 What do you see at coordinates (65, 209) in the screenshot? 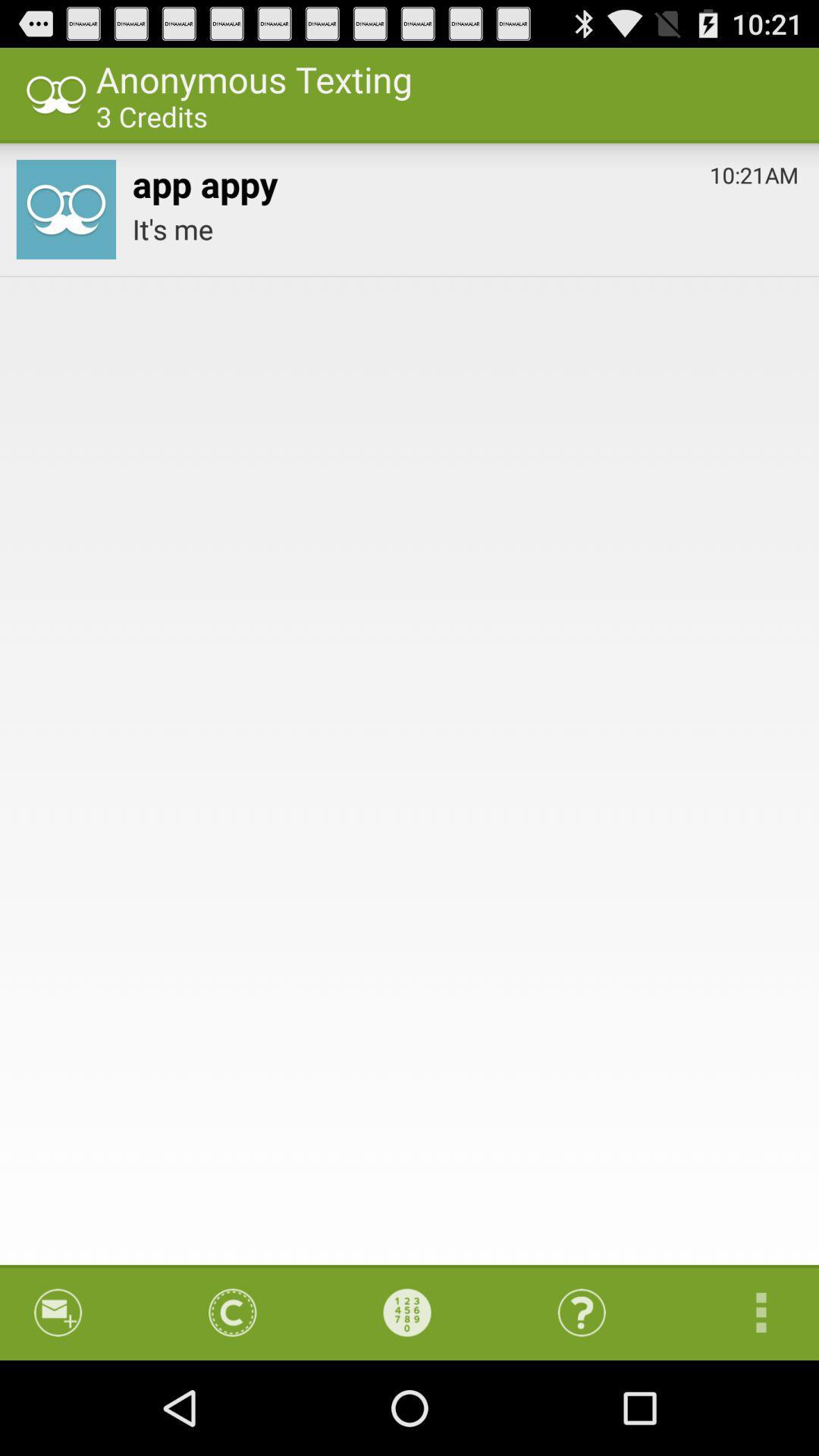
I see `app to the left of the app appy` at bounding box center [65, 209].